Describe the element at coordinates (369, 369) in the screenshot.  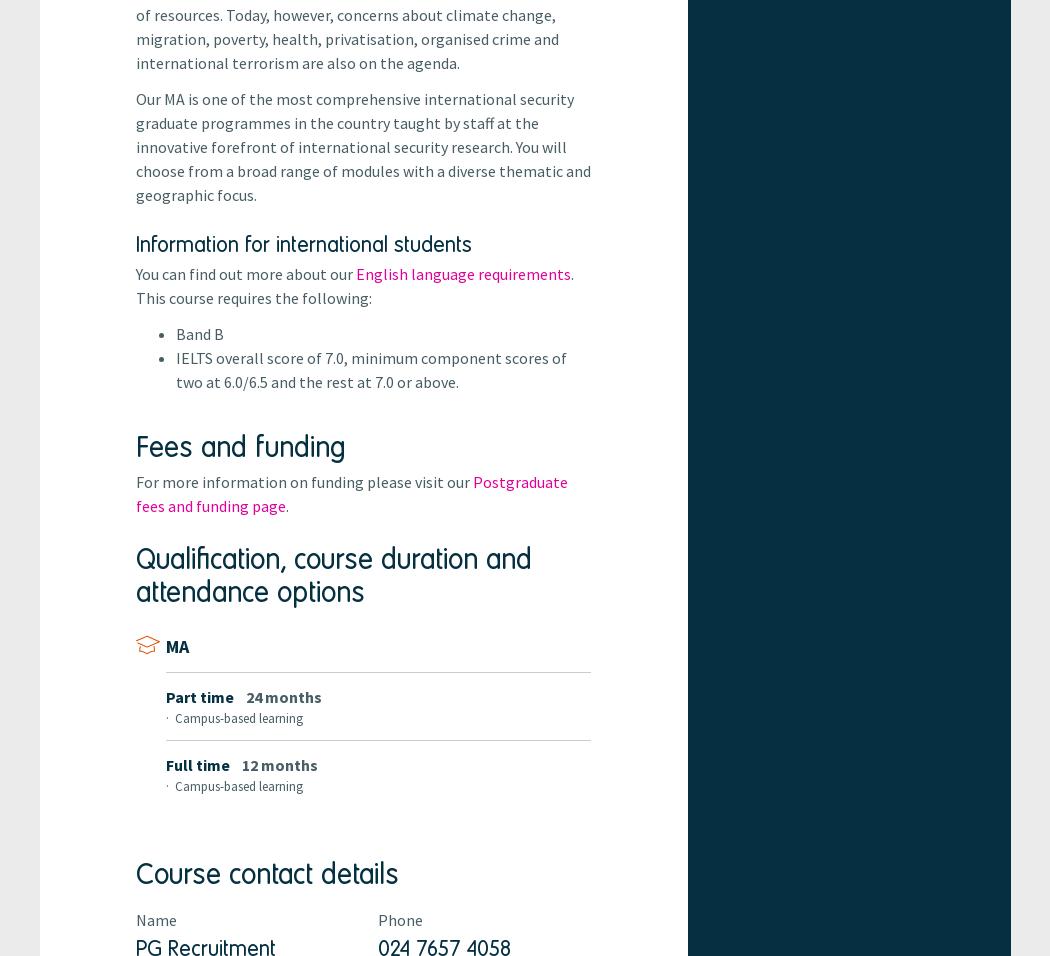
I see `'IELTS overall score of 7.0, minimum component scores of two at 6.0/6.5 and the rest at 7.0 or above.'` at that location.